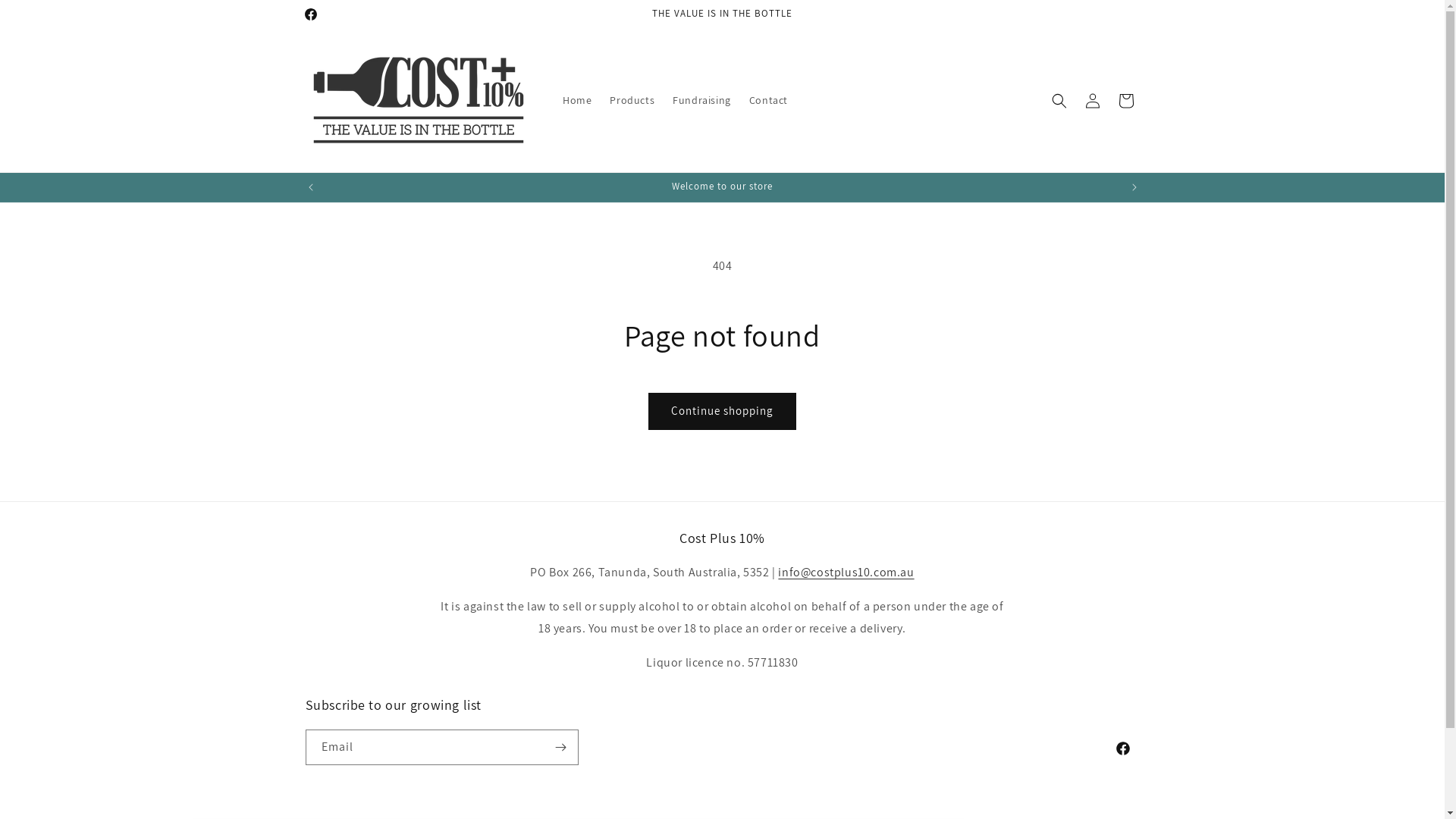  What do you see at coordinates (721, 411) in the screenshot?
I see `'Continue shopping'` at bounding box center [721, 411].